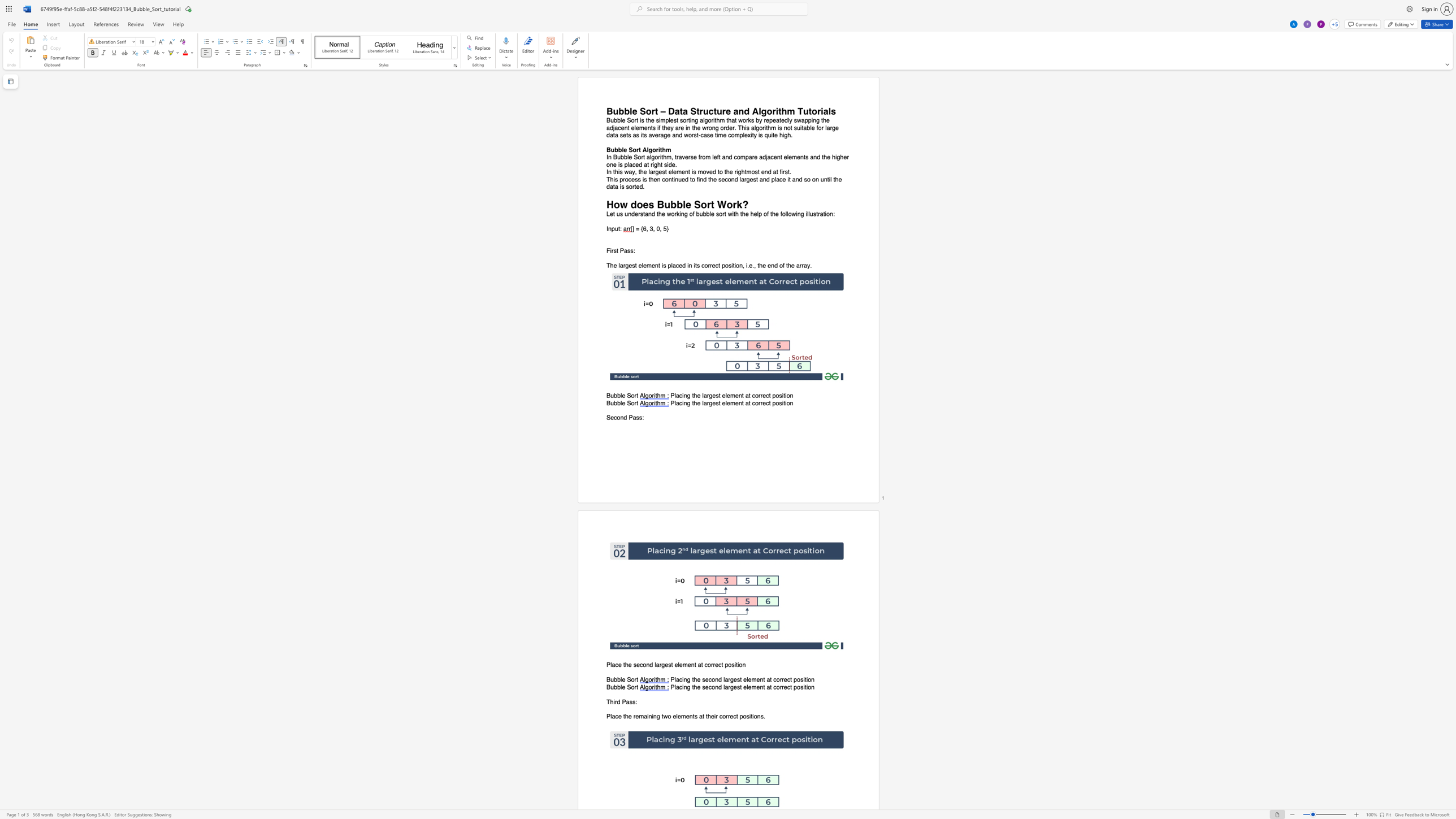 This screenshot has width=1456, height=819. What do you see at coordinates (776, 111) in the screenshot?
I see `the 1th character "i" in the text` at bounding box center [776, 111].